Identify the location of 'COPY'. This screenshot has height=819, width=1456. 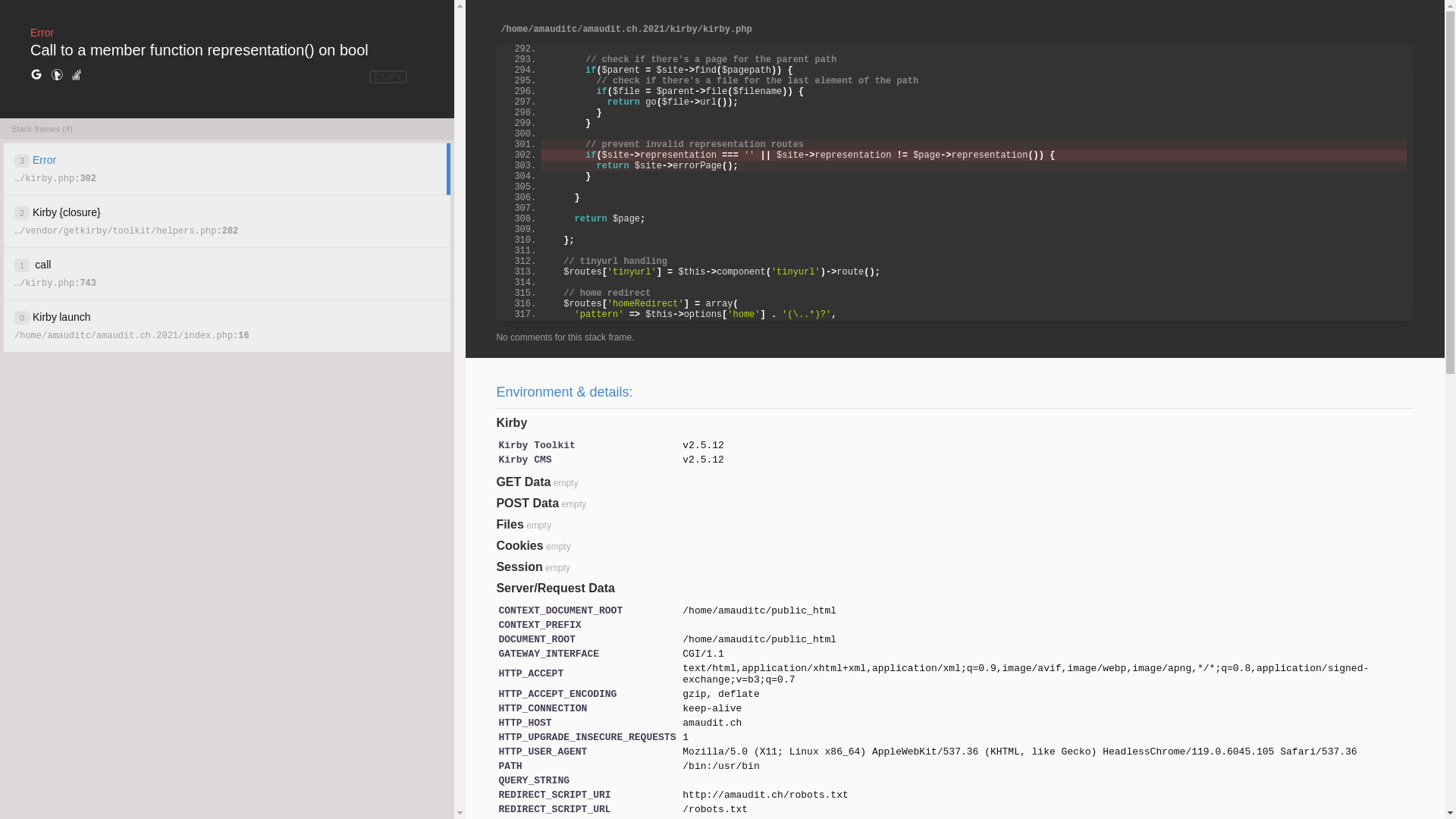
(388, 77).